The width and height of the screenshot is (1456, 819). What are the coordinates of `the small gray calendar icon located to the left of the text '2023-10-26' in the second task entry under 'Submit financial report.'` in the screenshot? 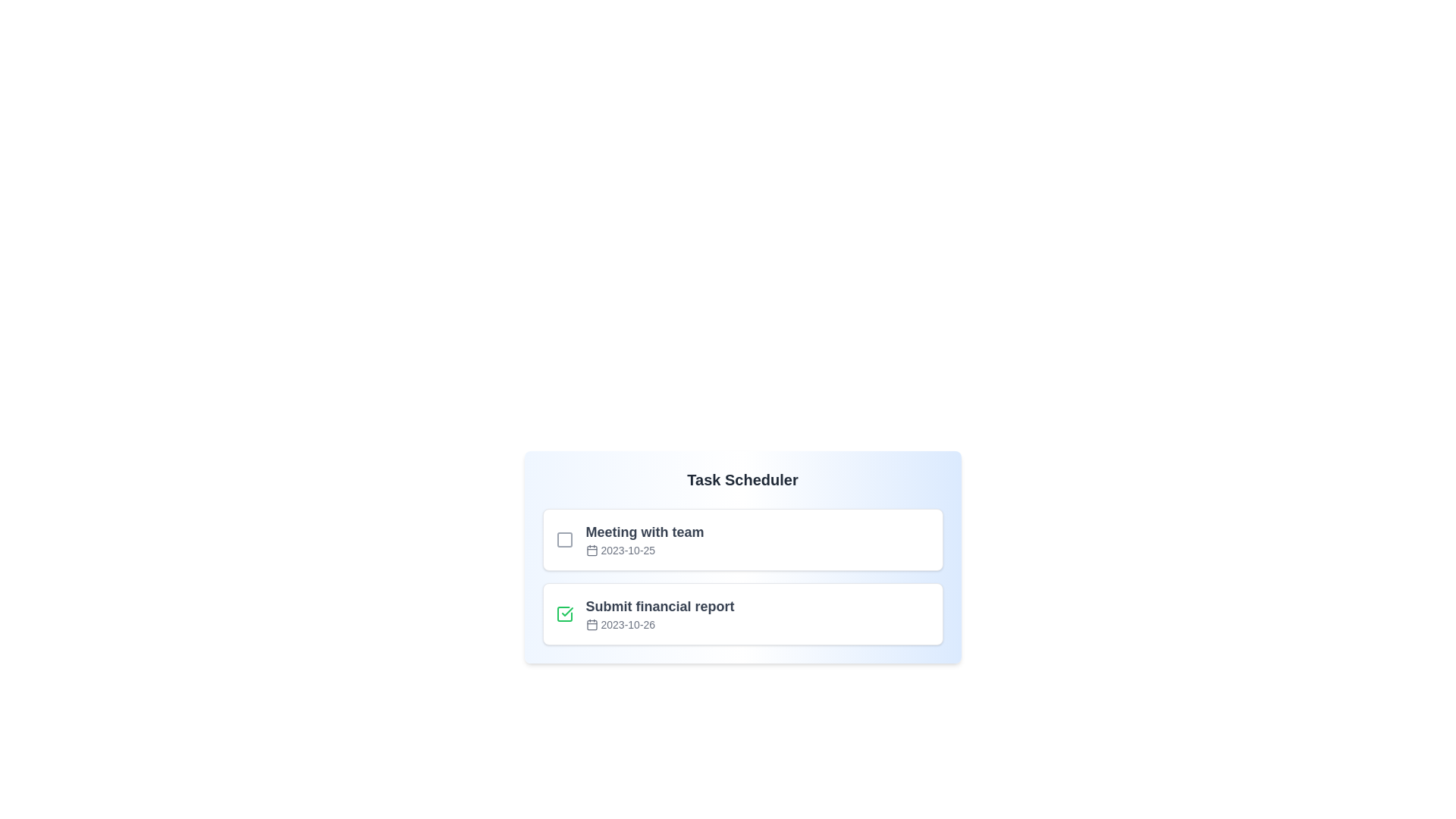 It's located at (591, 625).